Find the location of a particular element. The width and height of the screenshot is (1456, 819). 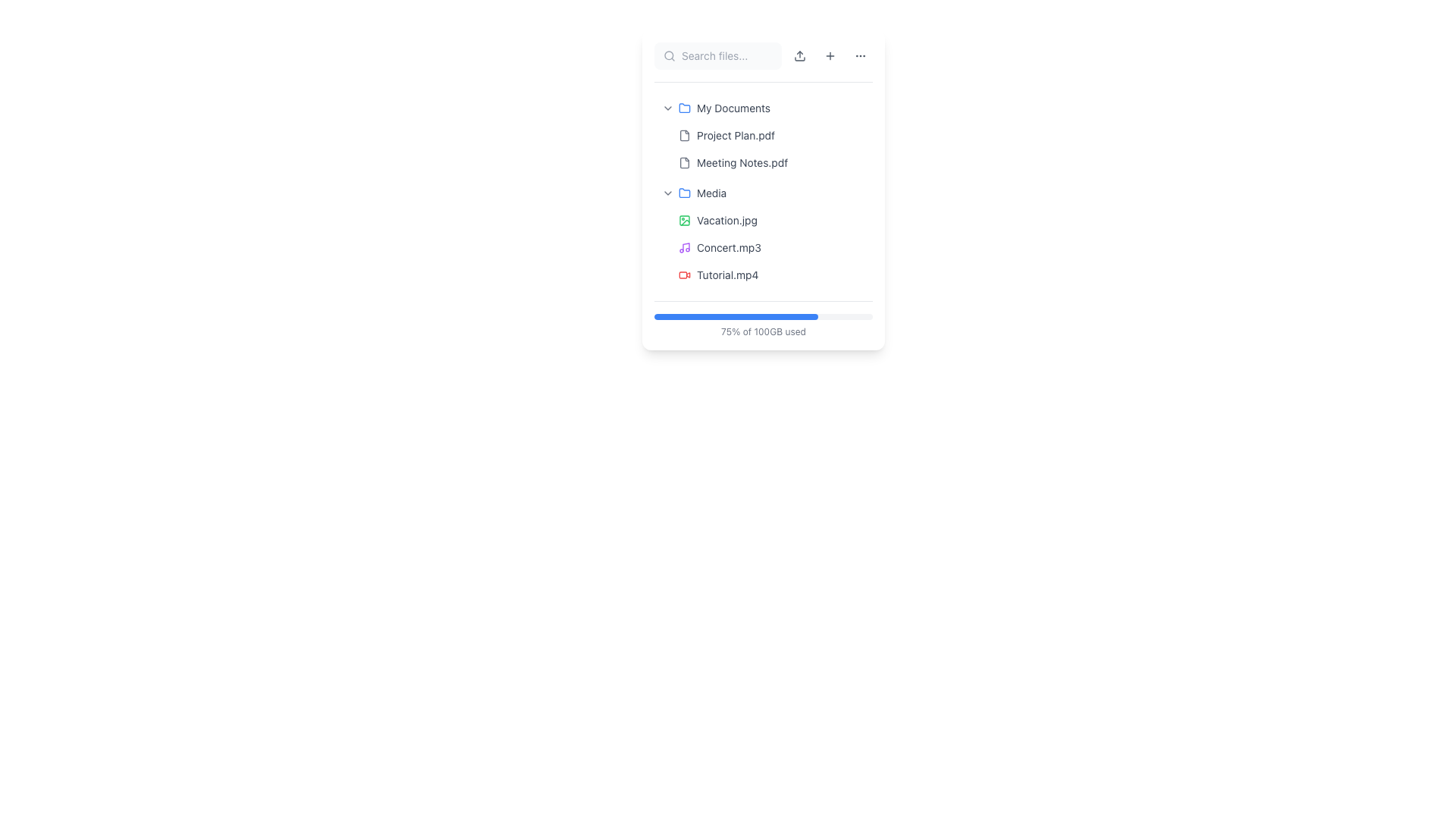

the List of file representation with icons located under the 'My Documents' folder is located at coordinates (772, 149).